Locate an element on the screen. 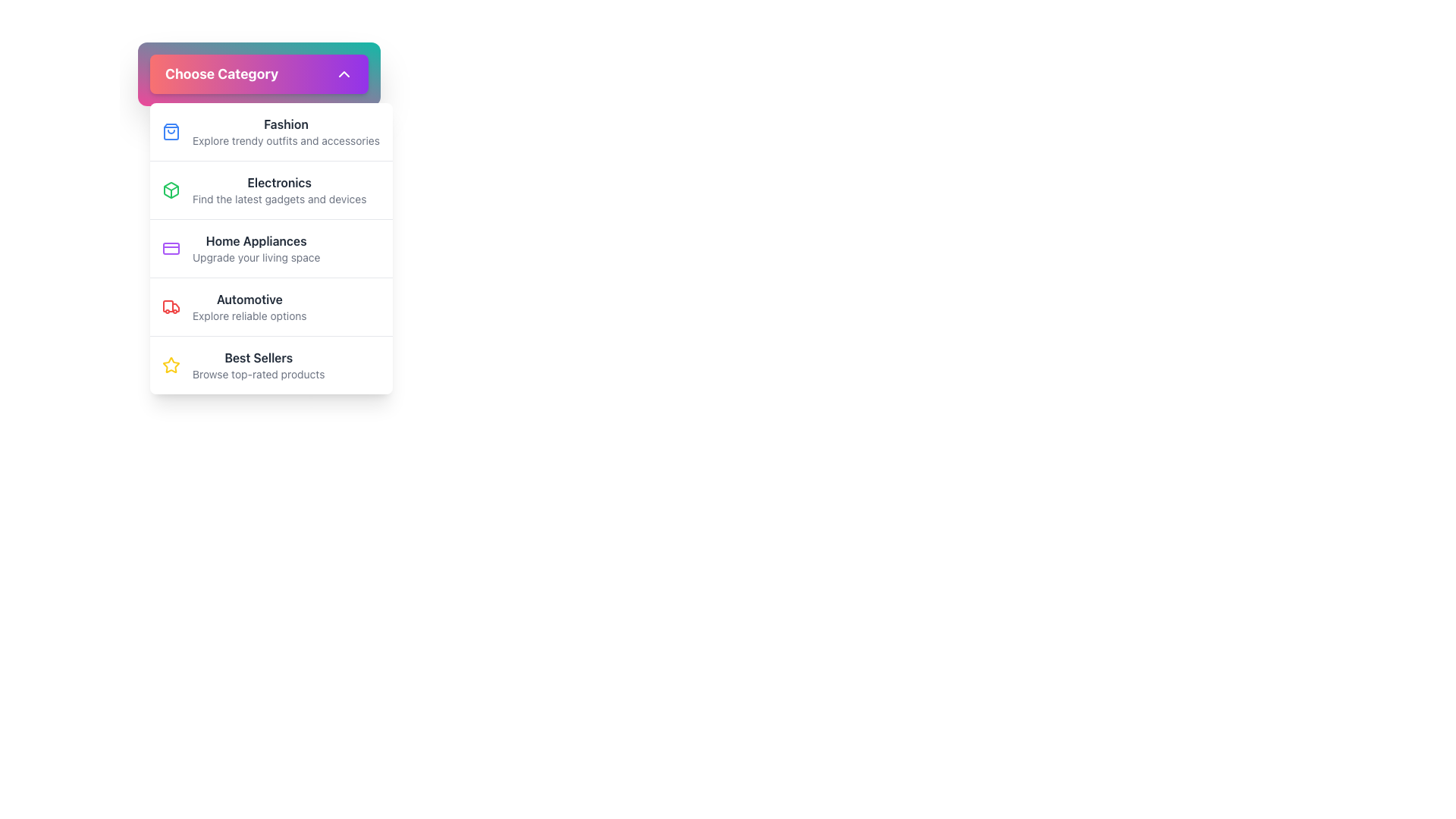 This screenshot has width=1456, height=819. the 'Electronics' category icon, which is a 3D box symbol located at the leftmost side of the dropdown menu under 'Choose Category.' is located at coordinates (171, 189).